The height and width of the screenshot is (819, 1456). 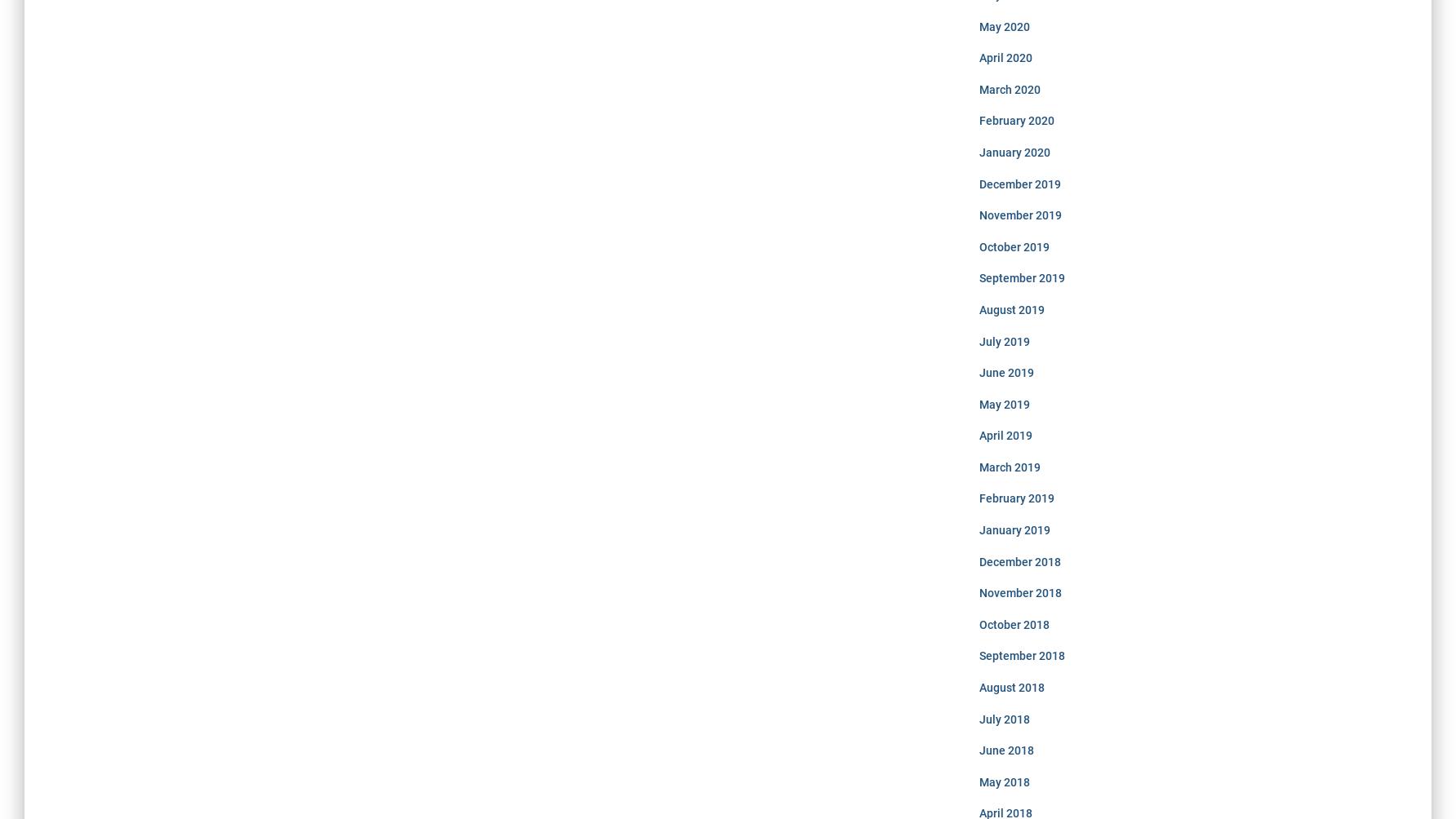 What do you see at coordinates (979, 246) in the screenshot?
I see `'October 2019'` at bounding box center [979, 246].